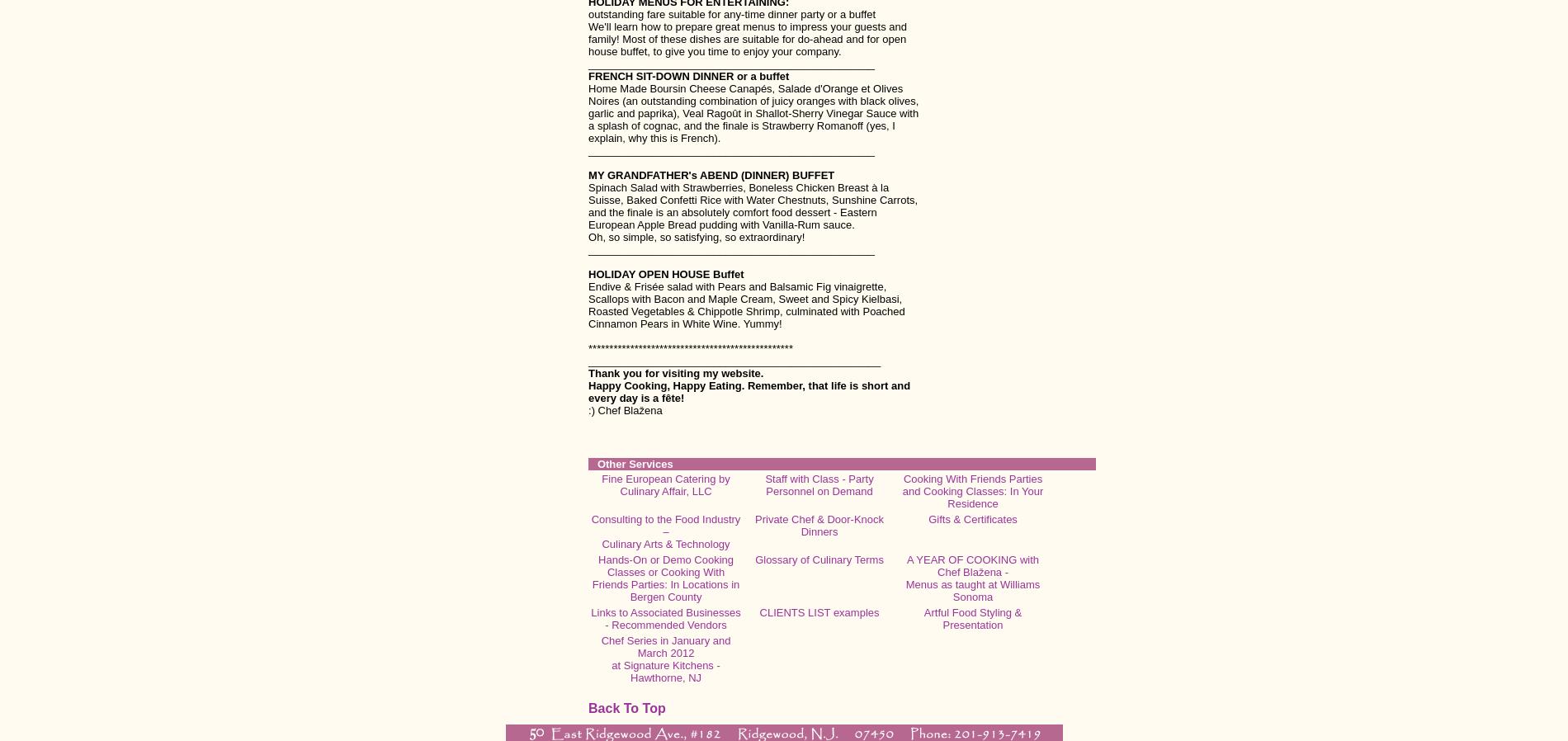  I want to click on 'Artful Food Styling & Presentation', so click(923, 619).